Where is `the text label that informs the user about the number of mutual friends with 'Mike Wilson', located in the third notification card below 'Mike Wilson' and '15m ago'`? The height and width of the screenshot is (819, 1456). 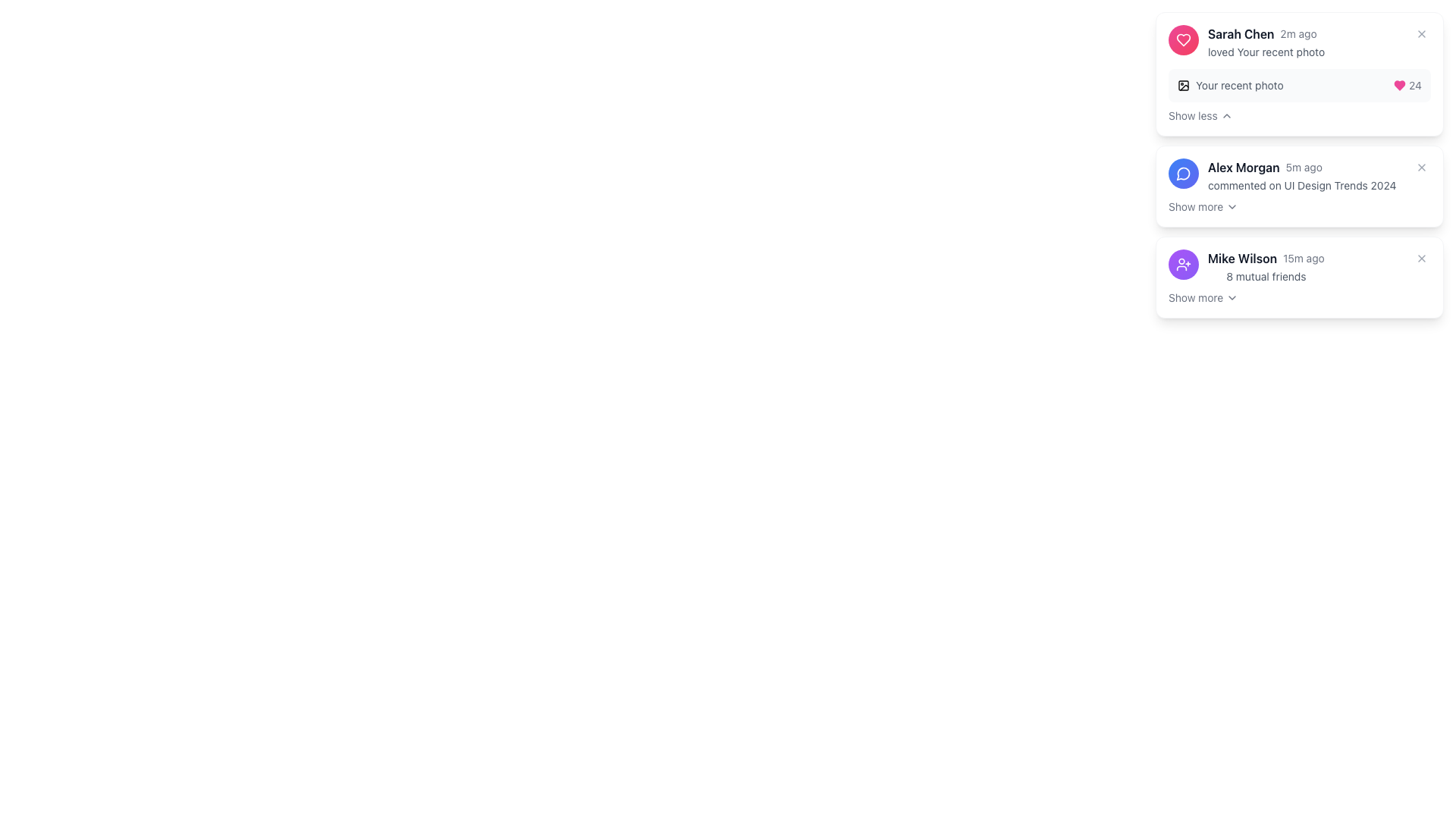 the text label that informs the user about the number of mutual friends with 'Mike Wilson', located in the third notification card below 'Mike Wilson' and '15m ago' is located at coordinates (1266, 276).